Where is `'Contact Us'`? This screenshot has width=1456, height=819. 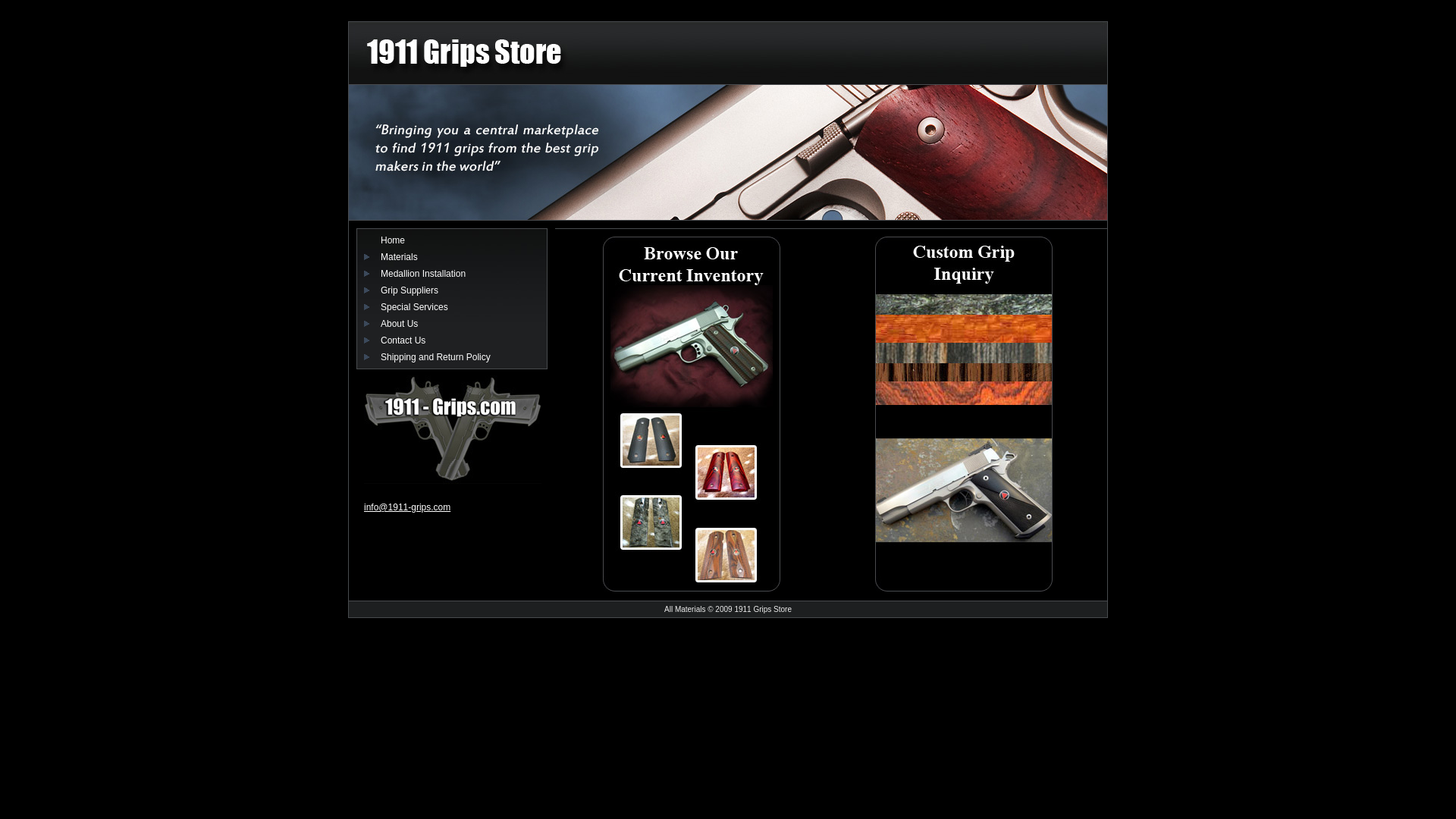 'Contact Us' is located at coordinates (403, 339).